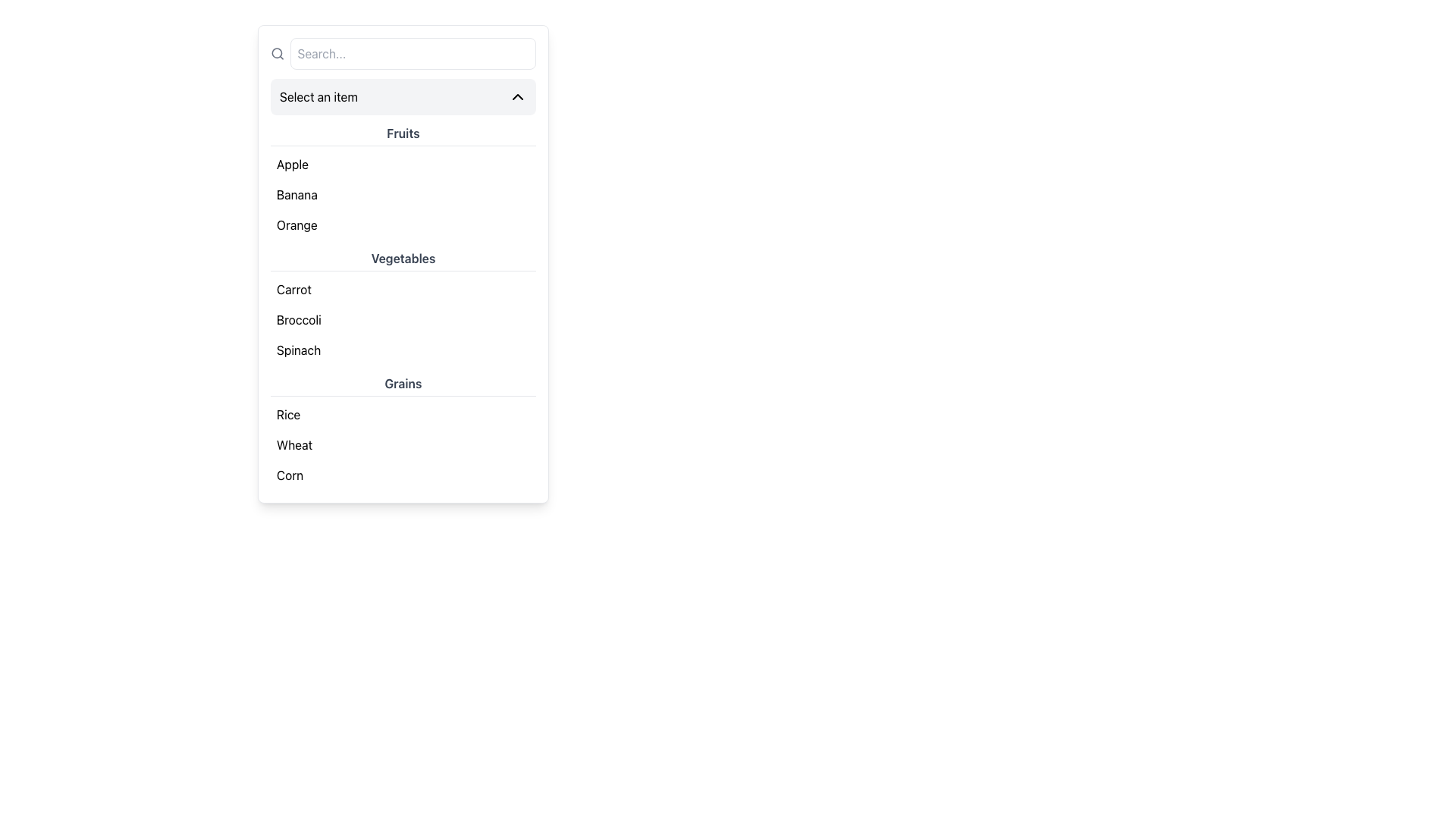 This screenshot has width=1456, height=819. I want to click on the text 'Carrot' in the dropdown list under the 'Vegetables' category, so click(293, 289).